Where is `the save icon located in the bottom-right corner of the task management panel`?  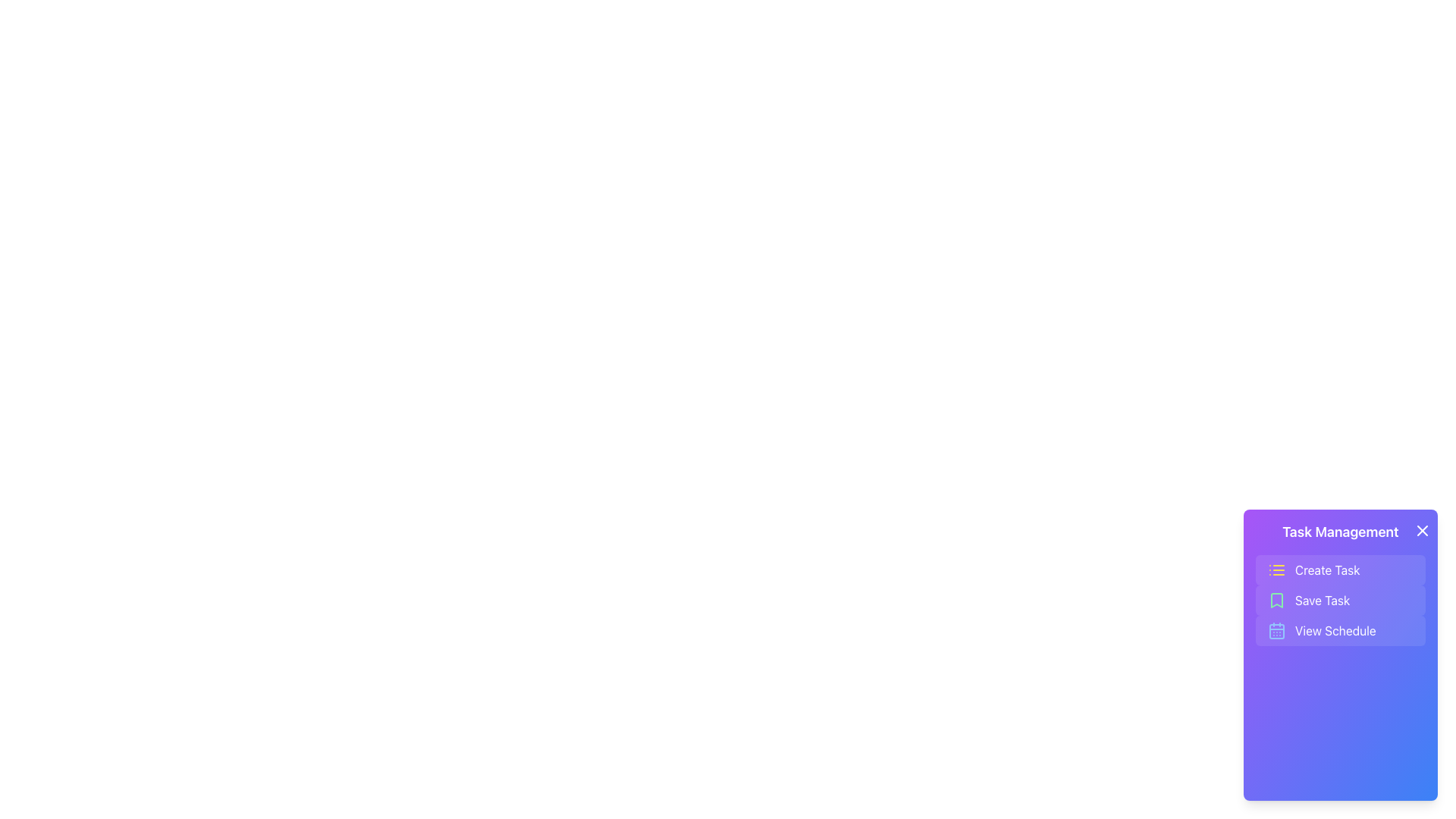
the save icon located in the bottom-right corner of the task management panel is located at coordinates (1276, 599).